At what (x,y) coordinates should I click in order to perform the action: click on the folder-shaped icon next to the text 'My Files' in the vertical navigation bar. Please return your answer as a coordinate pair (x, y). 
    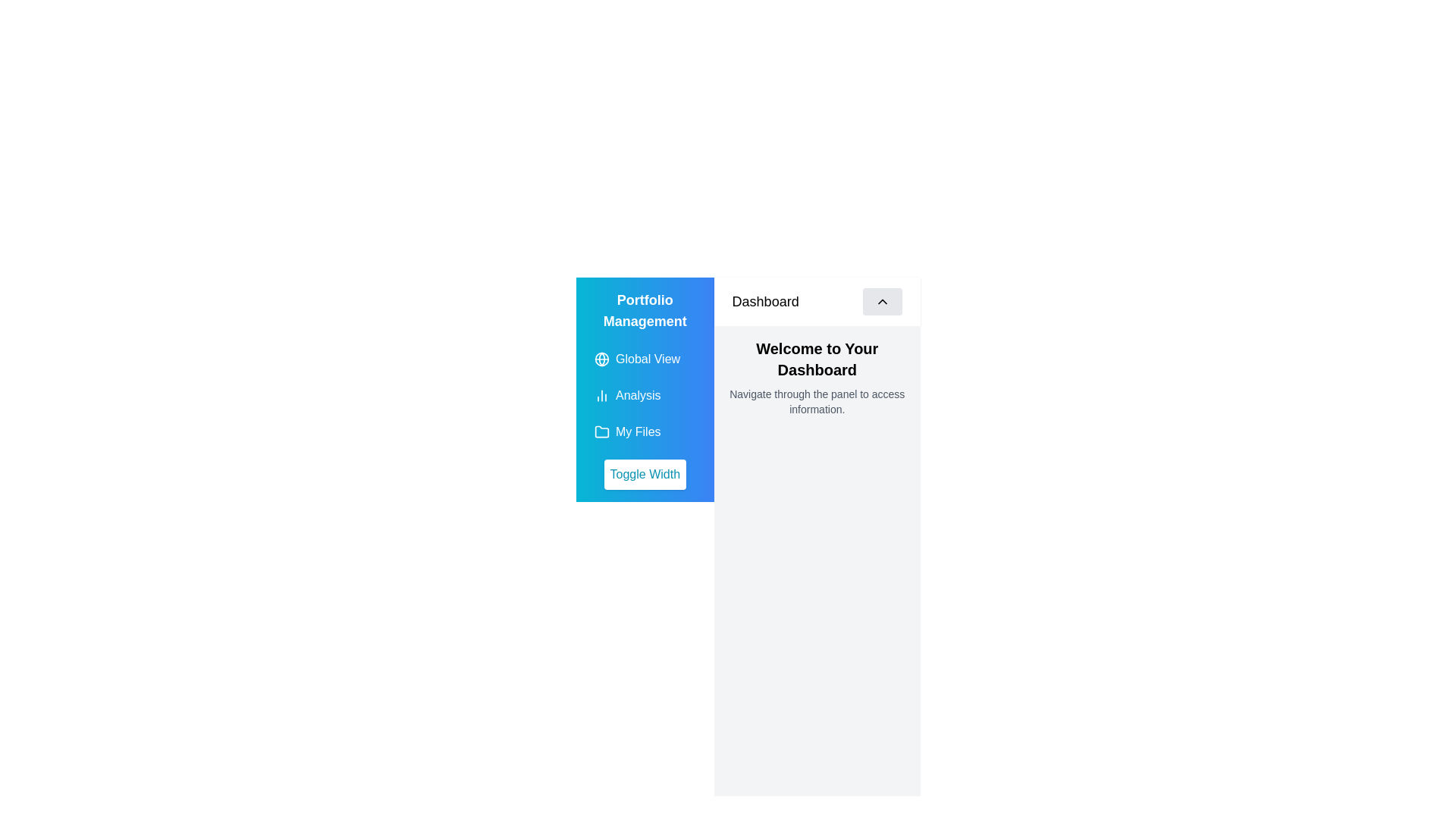
    Looking at the image, I should click on (601, 431).